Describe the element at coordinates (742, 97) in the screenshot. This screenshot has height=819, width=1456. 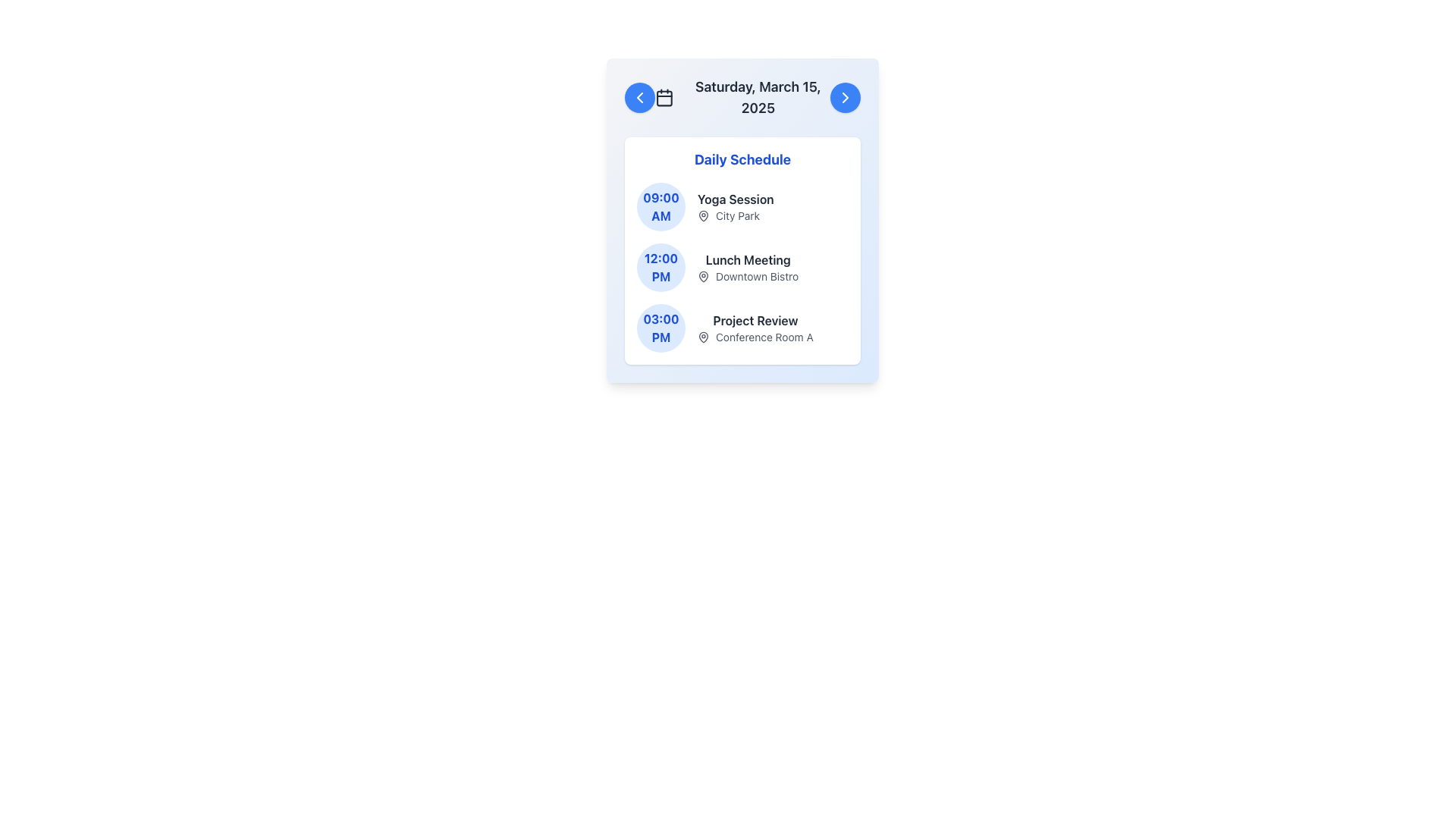
I see `the Text Label displaying the date 'Saturday, March 15, 2025' with a calendar icon on its left, positioned centrally between two interactive buttons` at that location.